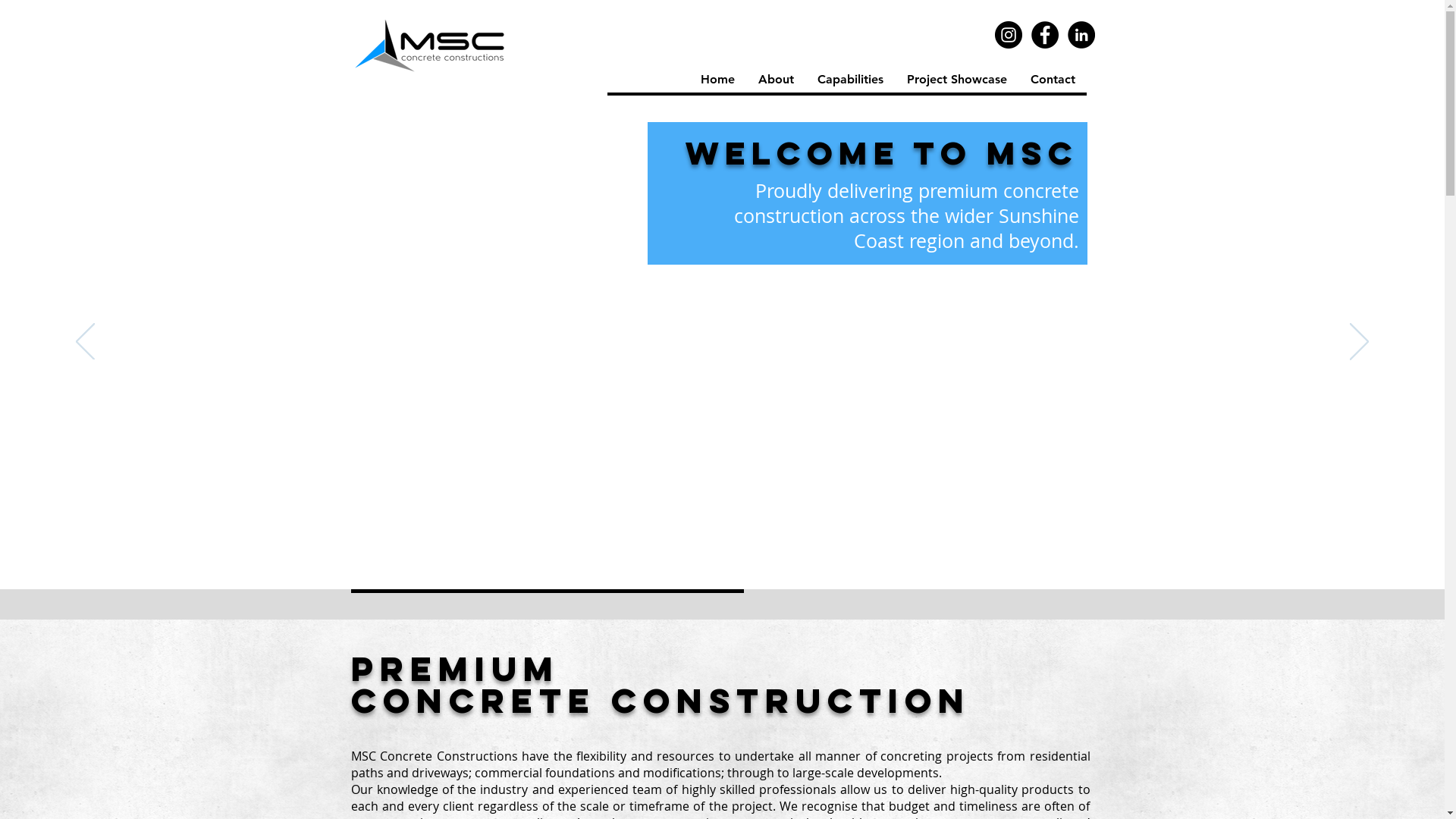  I want to click on 'Project Showcase', so click(895, 79).